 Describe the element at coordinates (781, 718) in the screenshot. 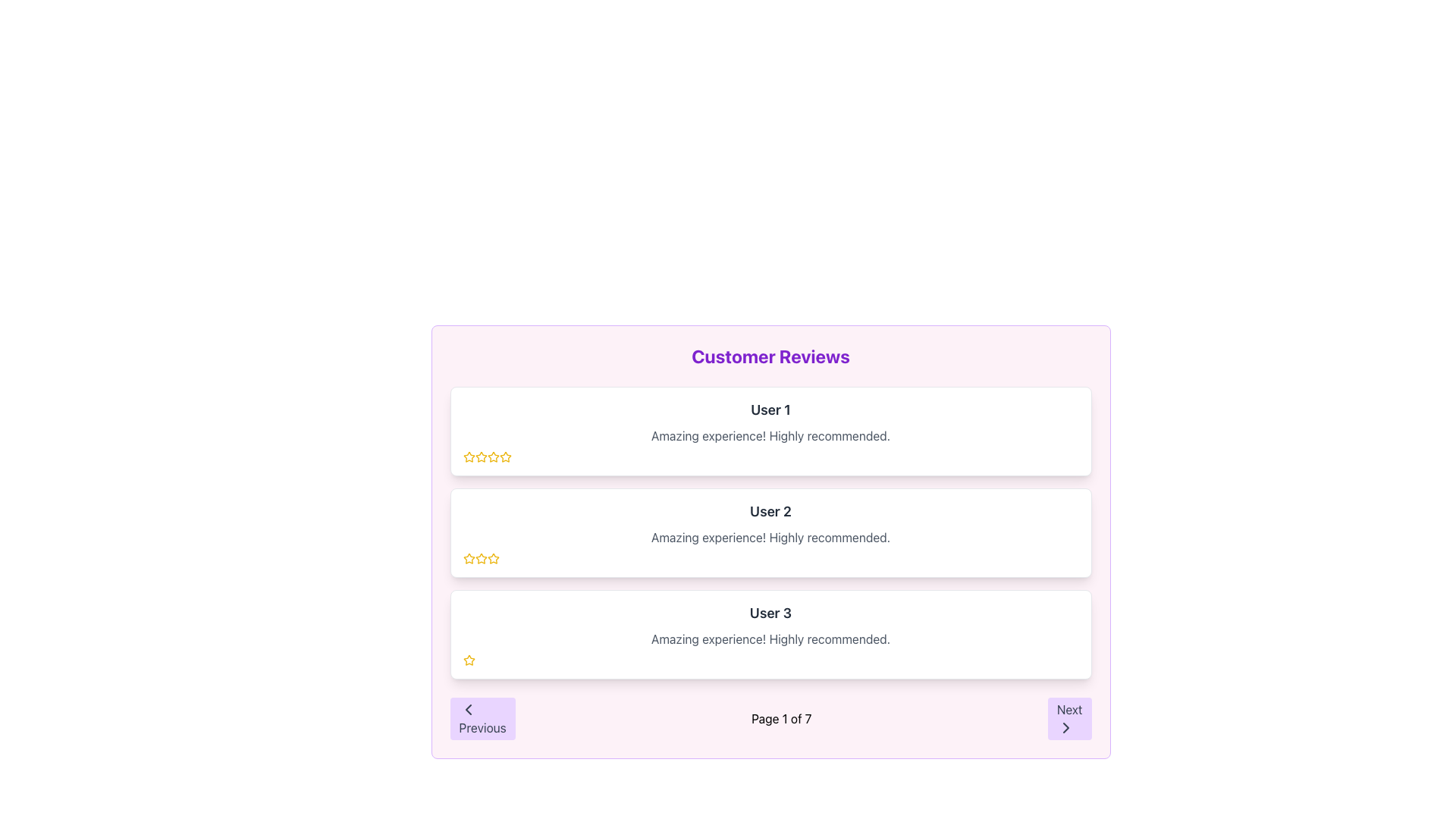

I see `the Static Text Label that displays the current page number and total pages in the pagination bar, located at the center of the pagination bar` at that location.